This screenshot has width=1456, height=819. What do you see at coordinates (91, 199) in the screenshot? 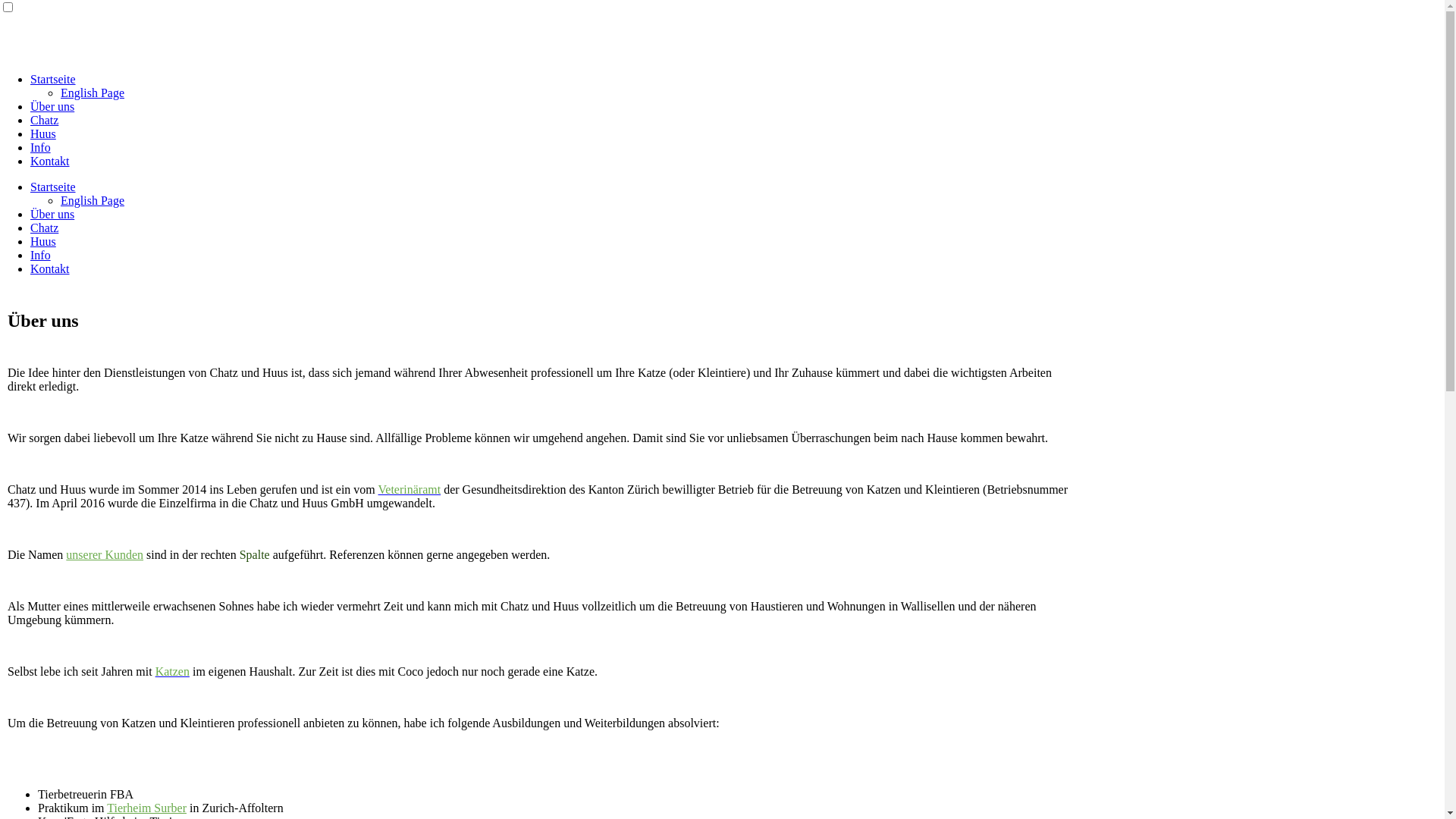
I see `'English Page'` at bounding box center [91, 199].